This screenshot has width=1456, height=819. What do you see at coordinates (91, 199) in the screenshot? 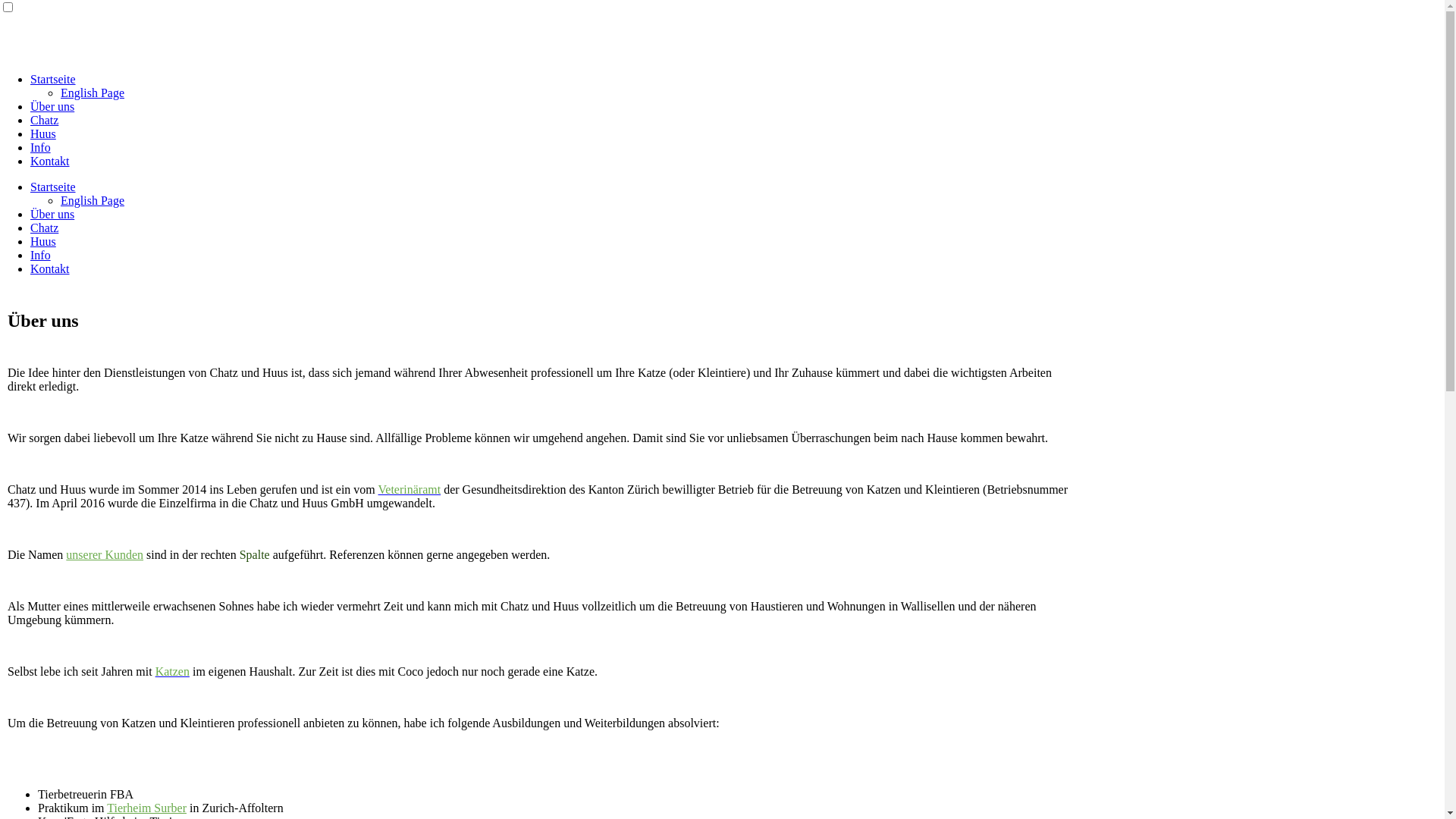
I see `'English Page'` at bounding box center [91, 199].